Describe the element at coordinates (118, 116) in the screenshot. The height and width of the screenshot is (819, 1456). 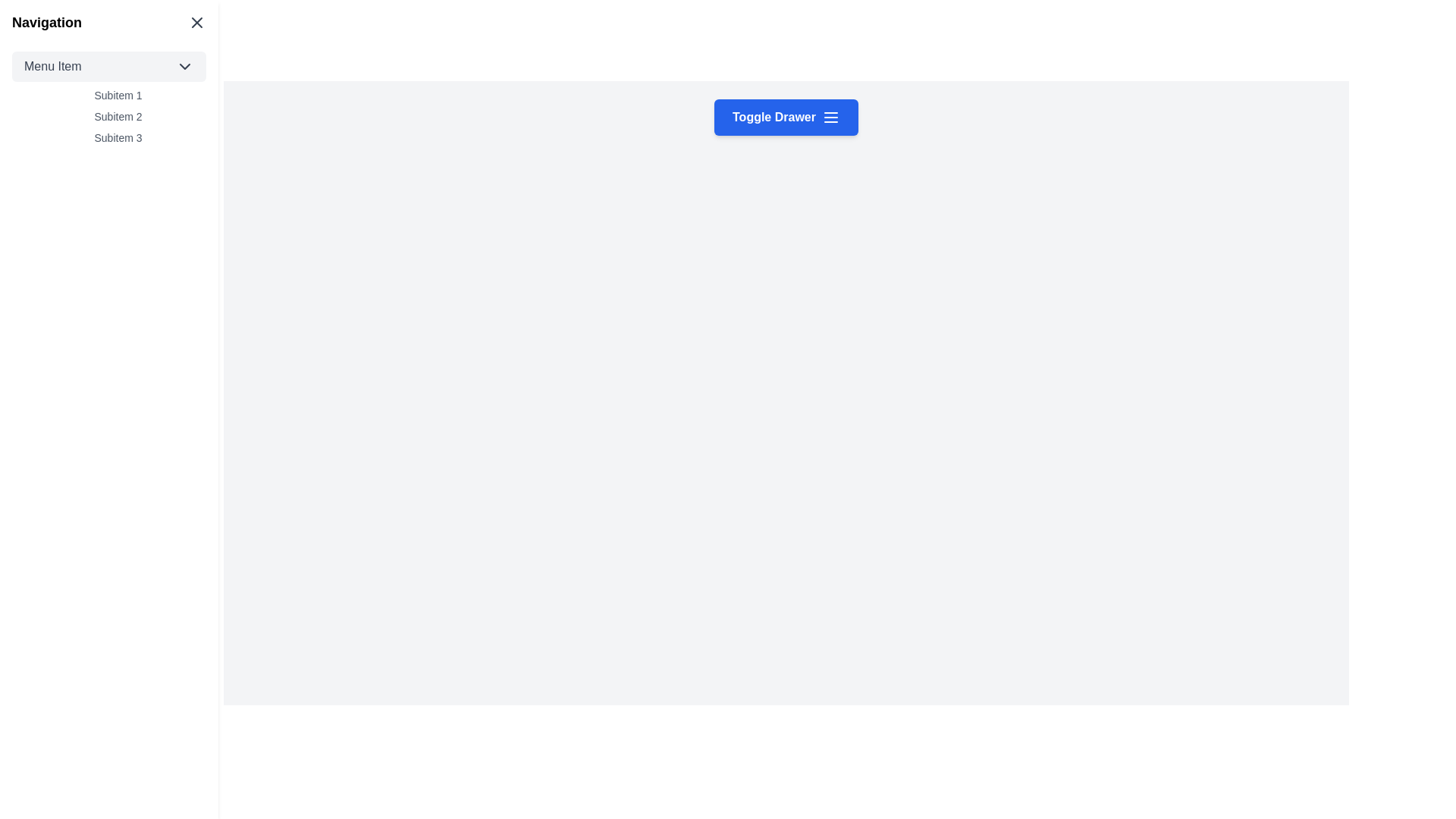
I see `the text label displaying 'Subitem 2', which is the second item in a vertical list of subitems aligned to the left in the navigation panel` at that location.